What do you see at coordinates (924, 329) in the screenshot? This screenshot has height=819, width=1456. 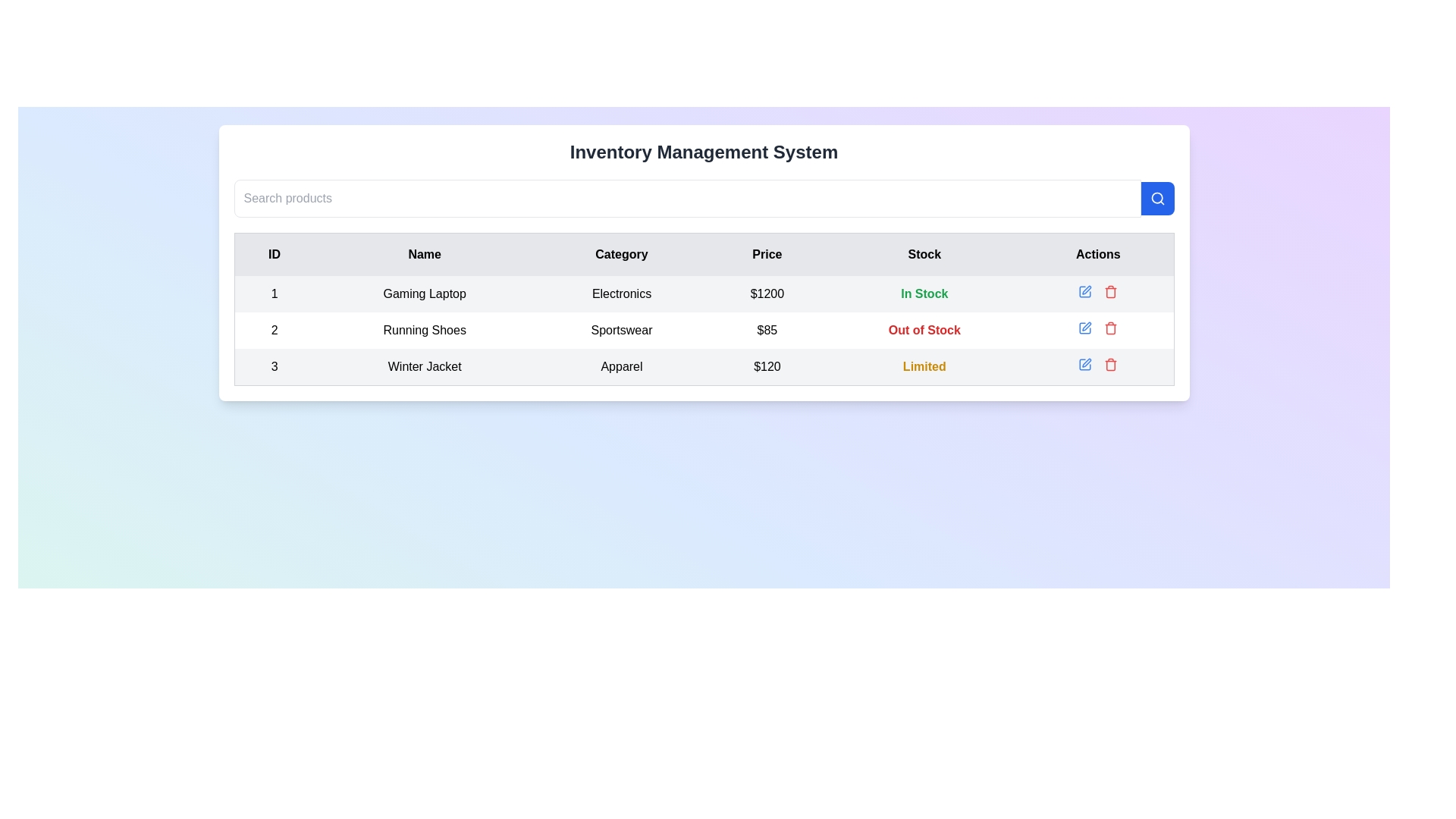 I see `text indicating the stock status of the product 'Running Shoes' in the second row of the 'Stock' column, which shows that the product is currently unavailable` at bounding box center [924, 329].